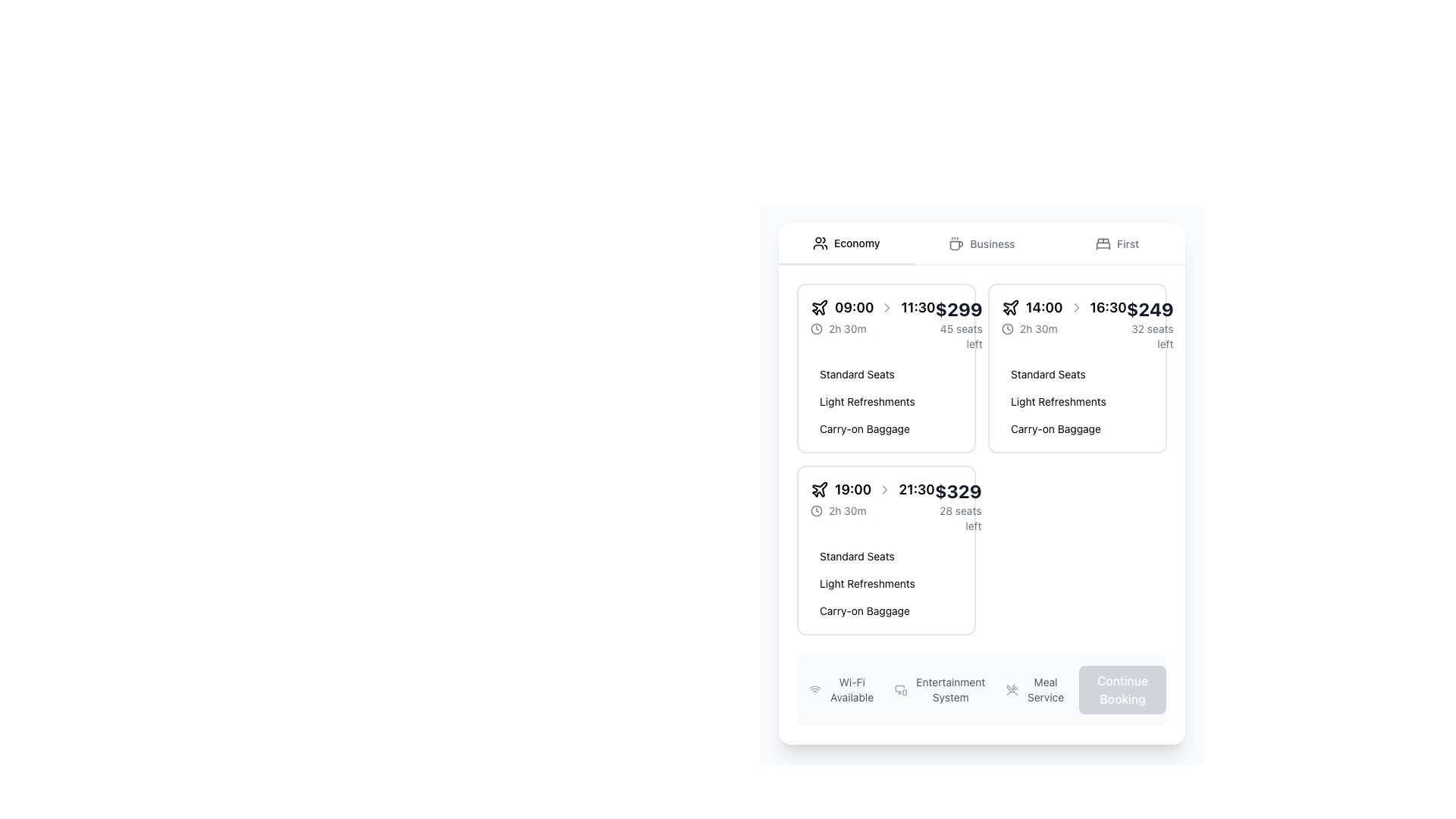 This screenshot has height=819, width=1456. I want to click on the text label displaying the duration '2h 30m', which is styled in a minimalistic sans-serif font and located to the right of a clock icon within the central information card, so click(1037, 328).